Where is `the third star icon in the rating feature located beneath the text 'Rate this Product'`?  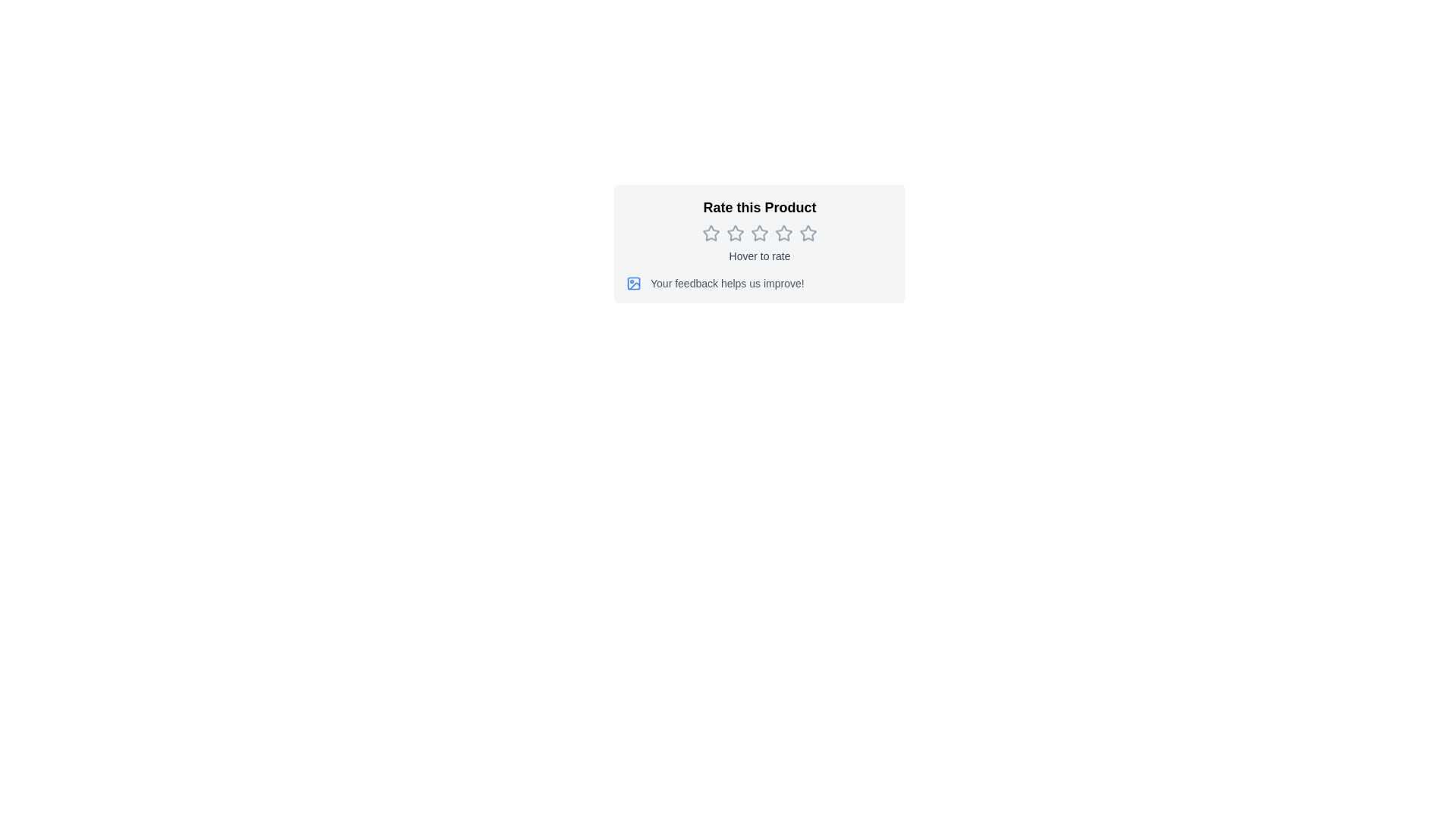 the third star icon in the rating feature located beneath the text 'Rate this Product' is located at coordinates (759, 233).